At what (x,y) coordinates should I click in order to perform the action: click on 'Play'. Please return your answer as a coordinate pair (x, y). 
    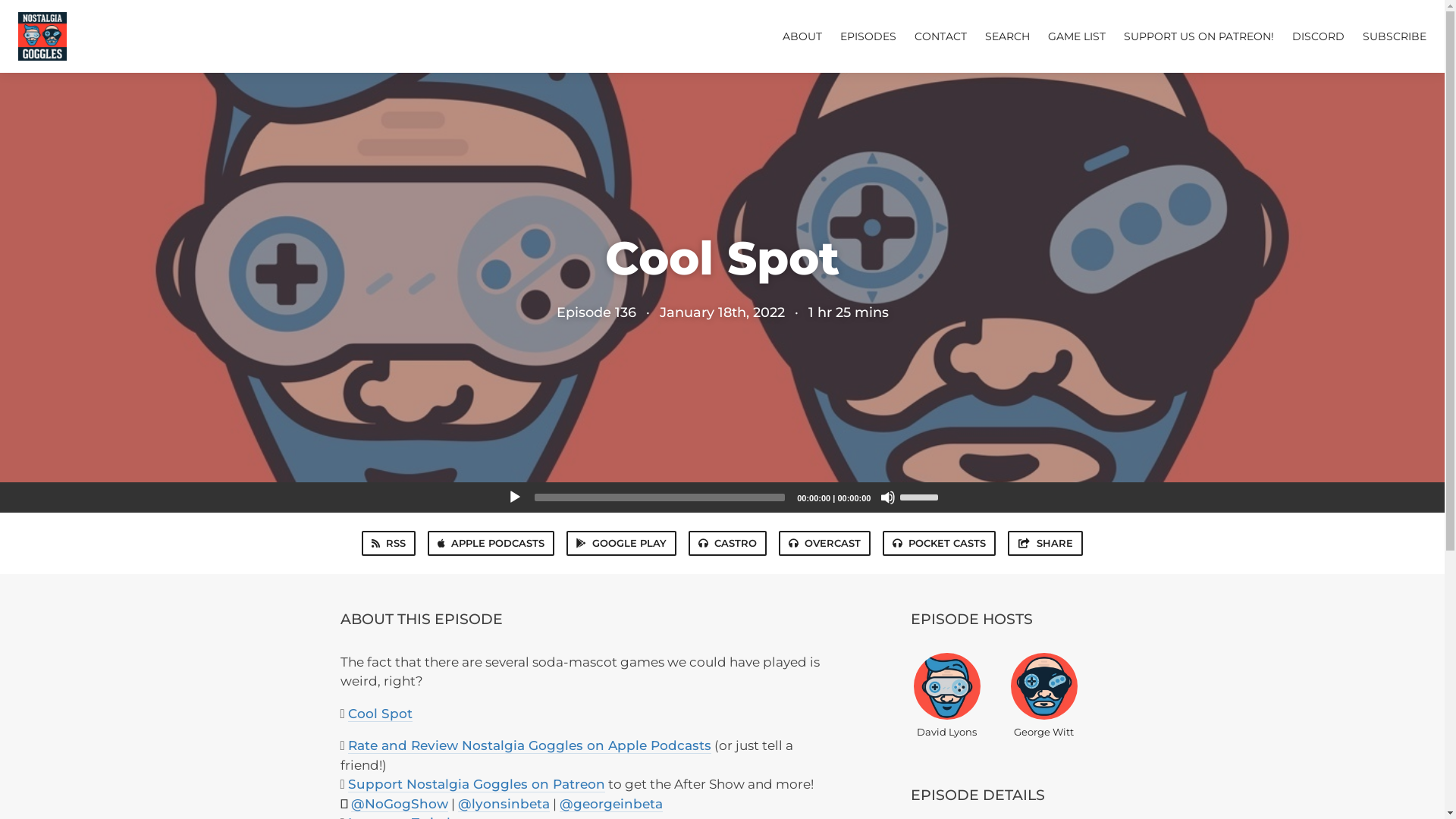
    Looking at the image, I should click on (506, 497).